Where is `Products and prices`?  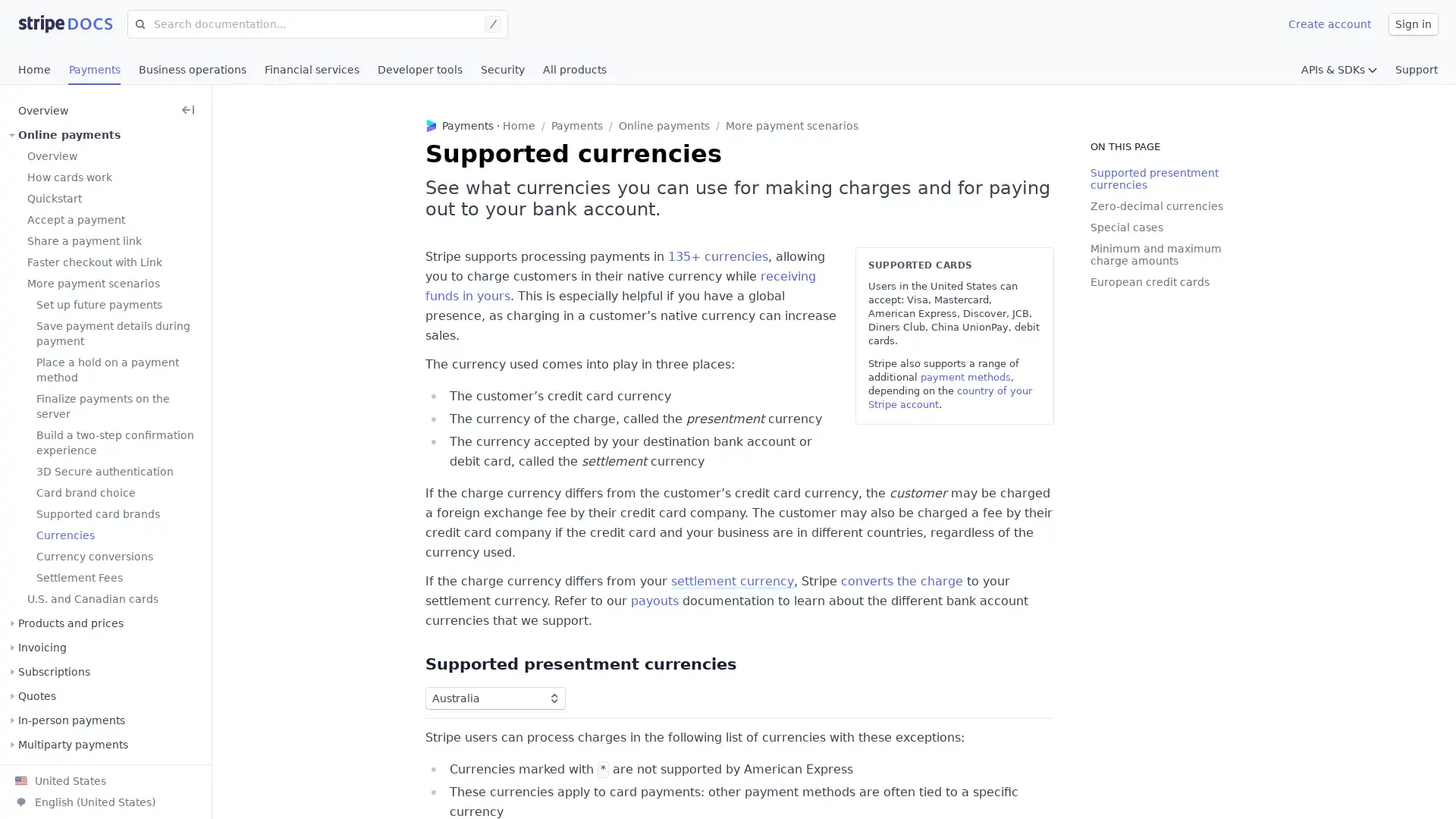 Products and prices is located at coordinates (70, 623).